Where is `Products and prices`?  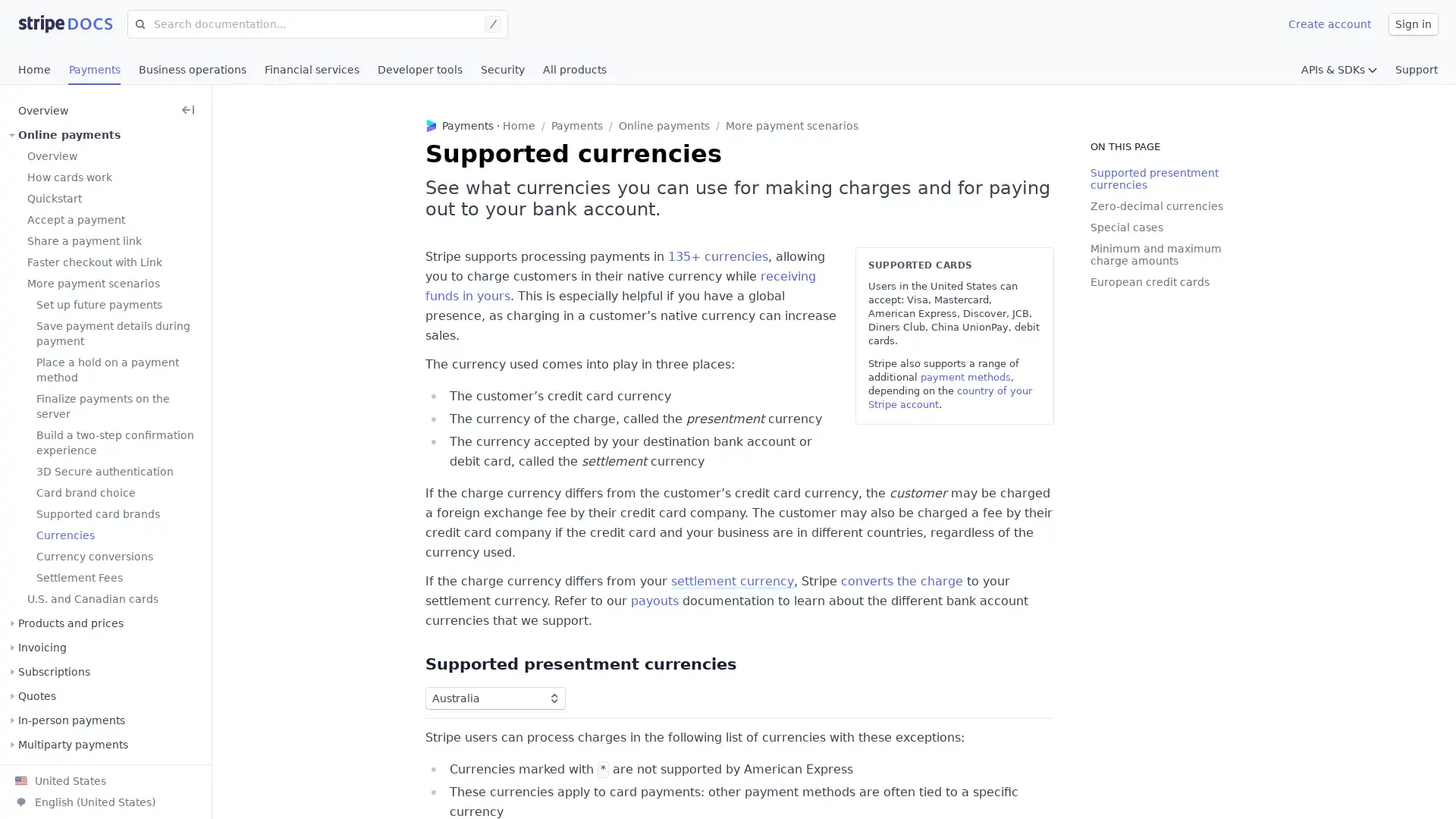 Products and prices is located at coordinates (70, 623).